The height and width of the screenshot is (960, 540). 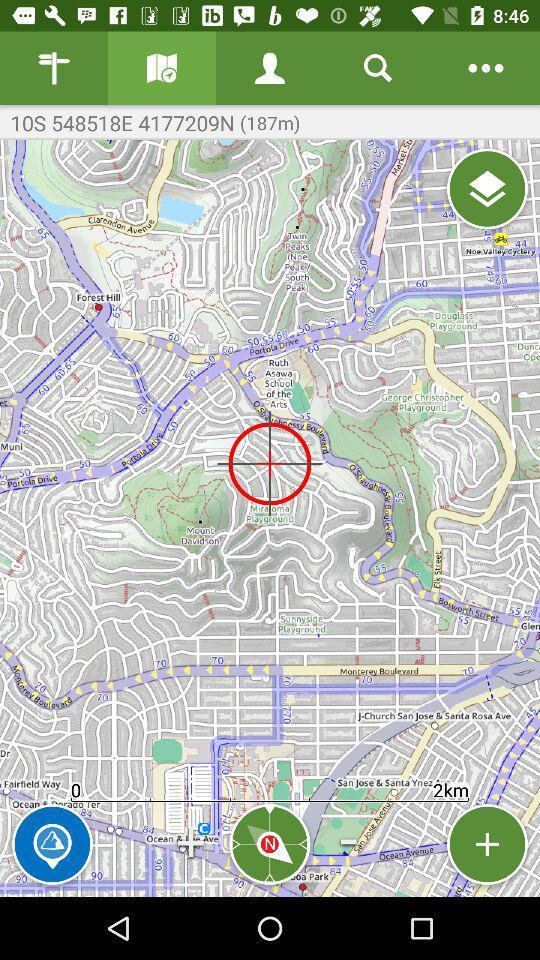 I want to click on adjust the size, so click(x=486, y=843).